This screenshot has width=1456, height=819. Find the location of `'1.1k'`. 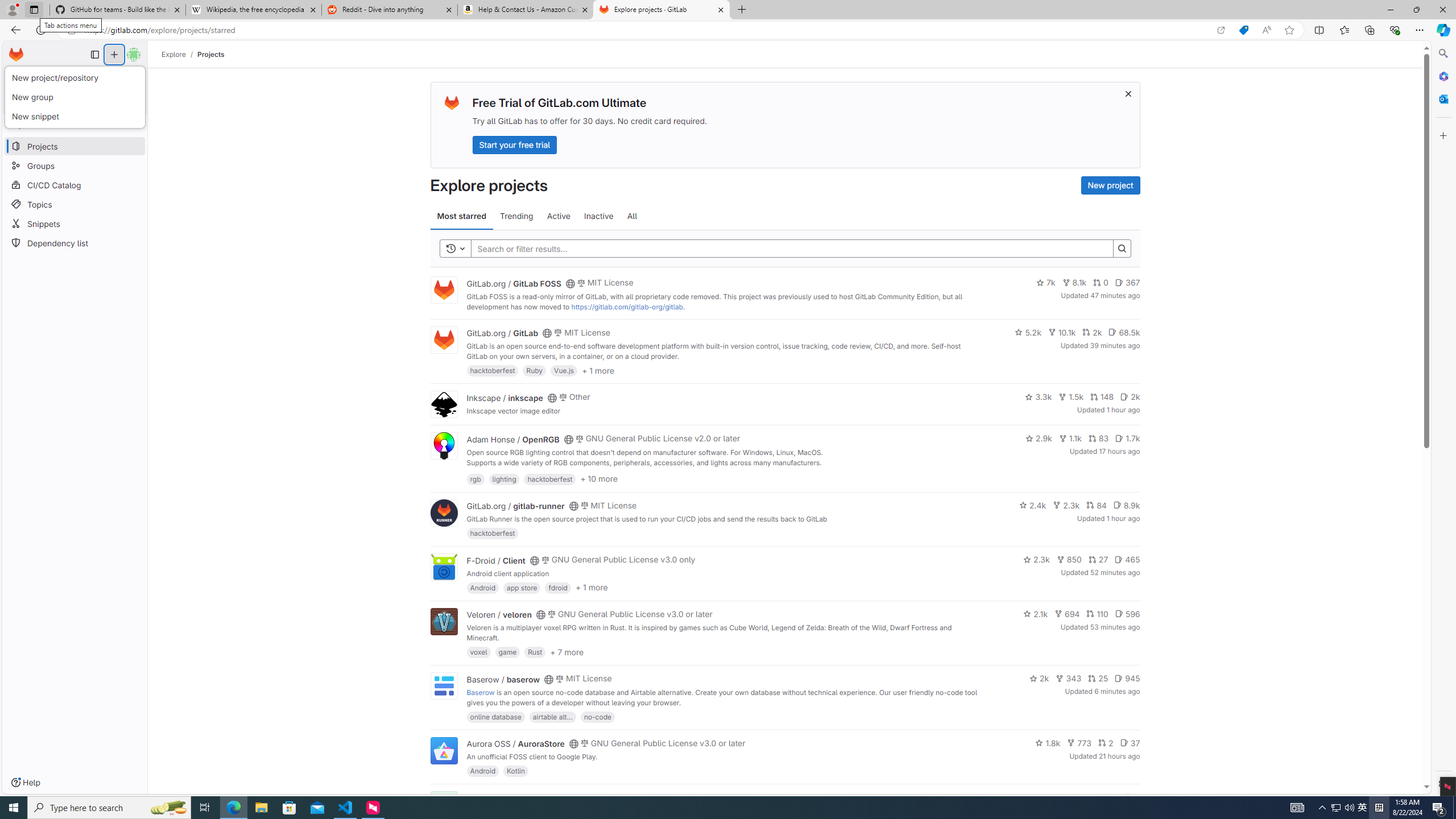

'1.1k' is located at coordinates (1069, 438).